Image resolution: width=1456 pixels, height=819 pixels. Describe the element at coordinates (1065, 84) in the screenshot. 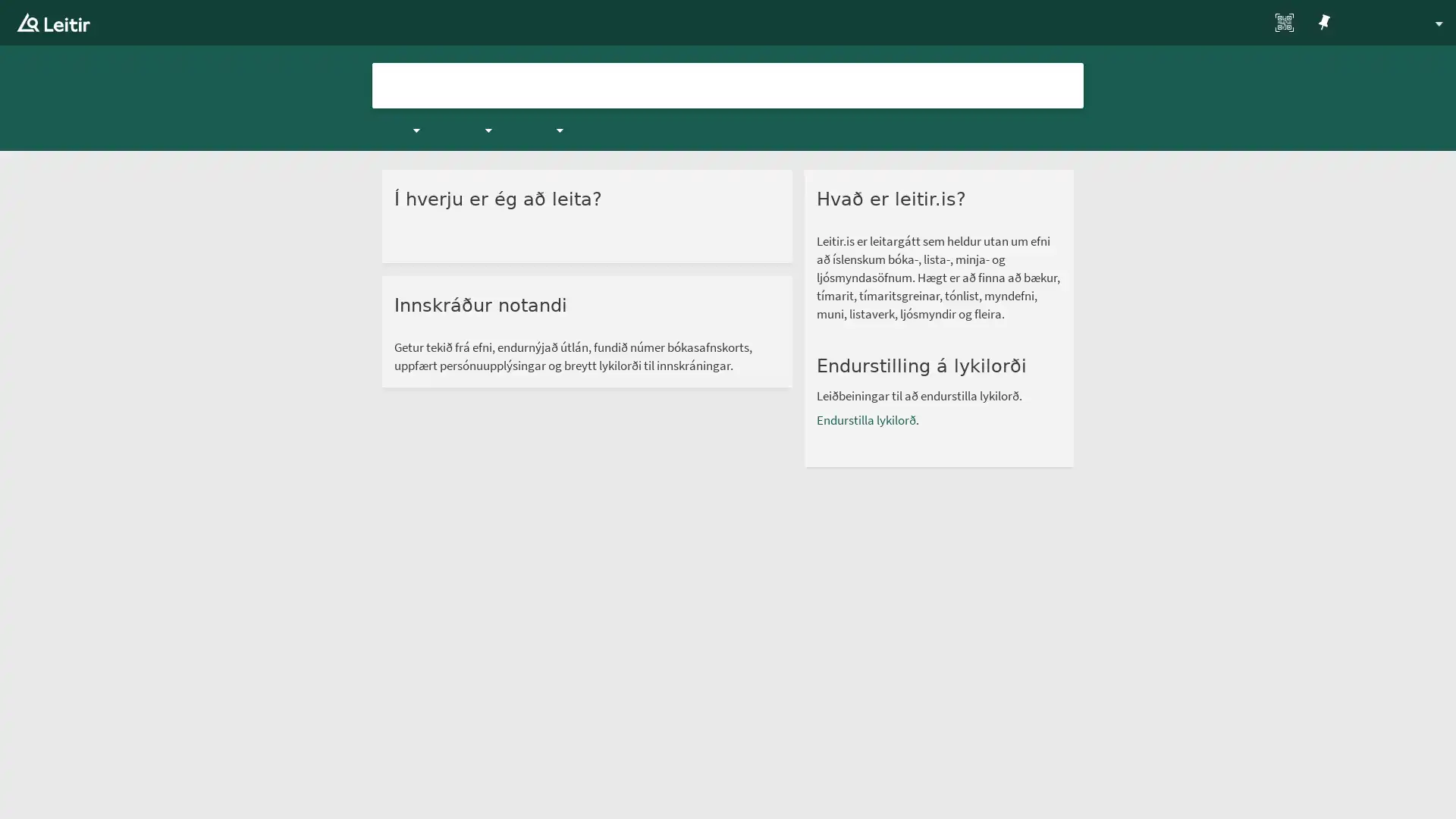

I see `Veldu siu(r) og smelltu a leita` at that location.